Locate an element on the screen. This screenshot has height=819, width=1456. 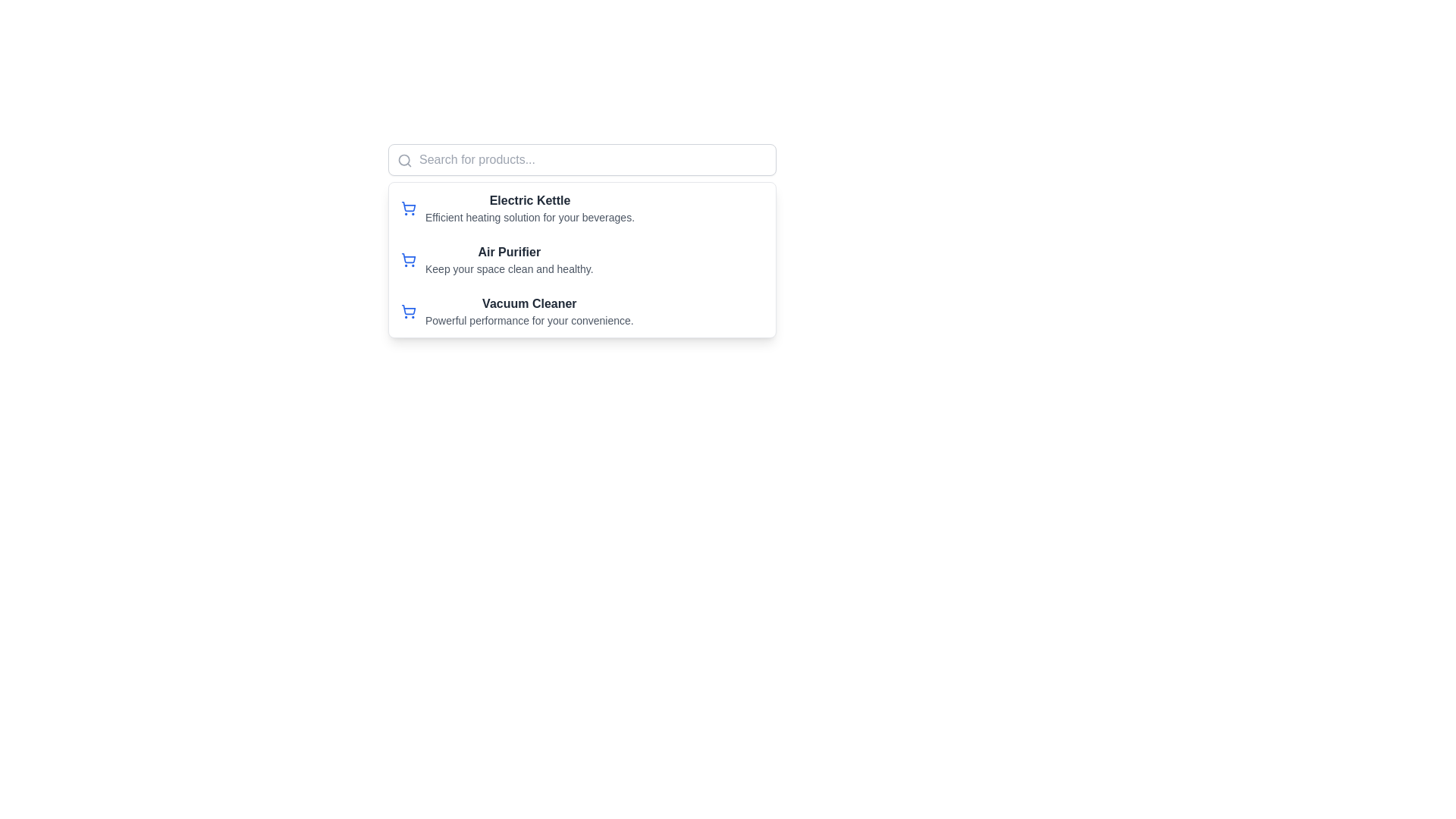
the 'Vacuum Cleaner' text label, which is the primary heading of the third item in a list, located below the 'Air Purifier' title and above the descriptive text is located at coordinates (529, 304).